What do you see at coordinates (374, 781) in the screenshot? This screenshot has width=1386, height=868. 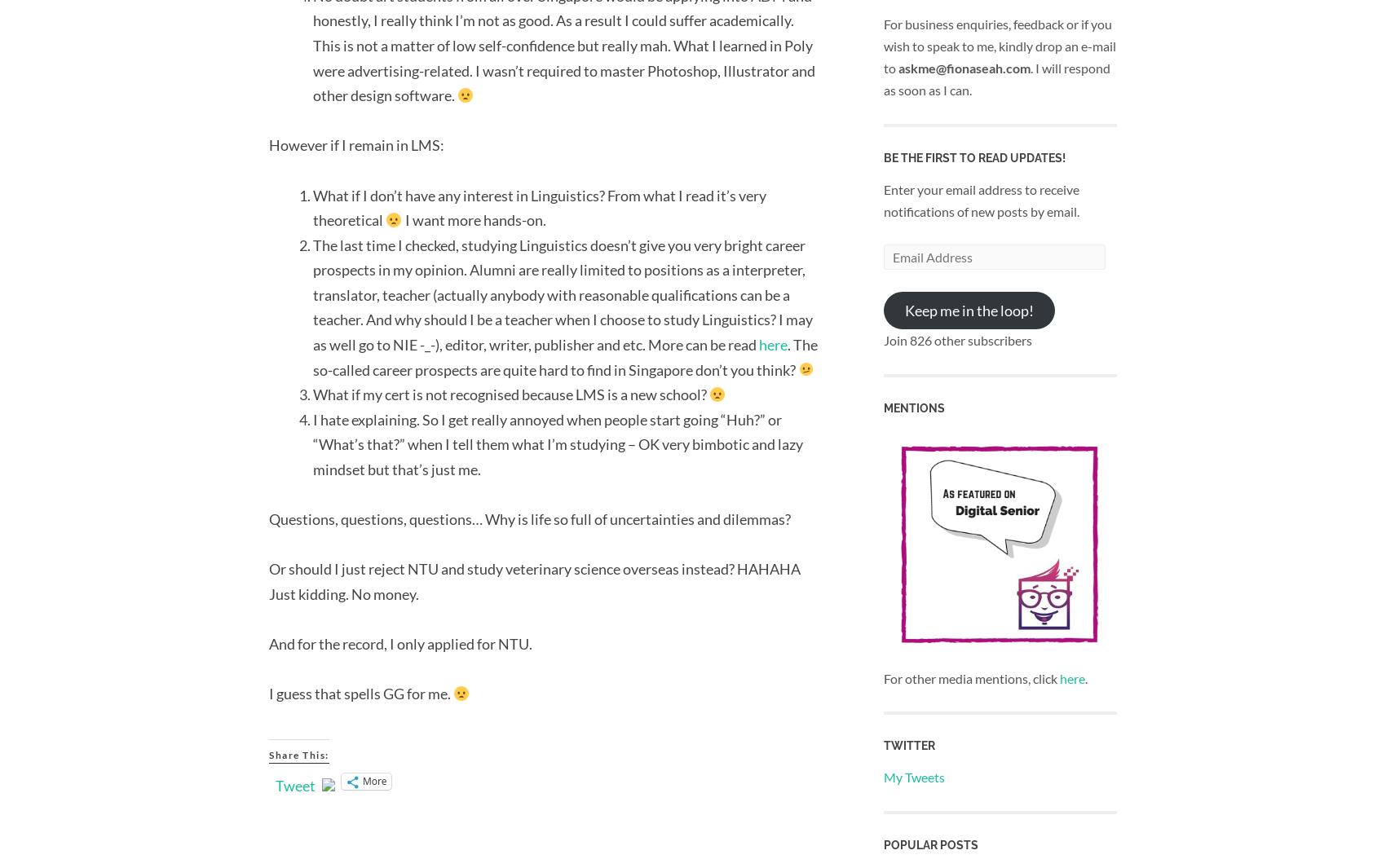 I see `'More'` at bounding box center [374, 781].